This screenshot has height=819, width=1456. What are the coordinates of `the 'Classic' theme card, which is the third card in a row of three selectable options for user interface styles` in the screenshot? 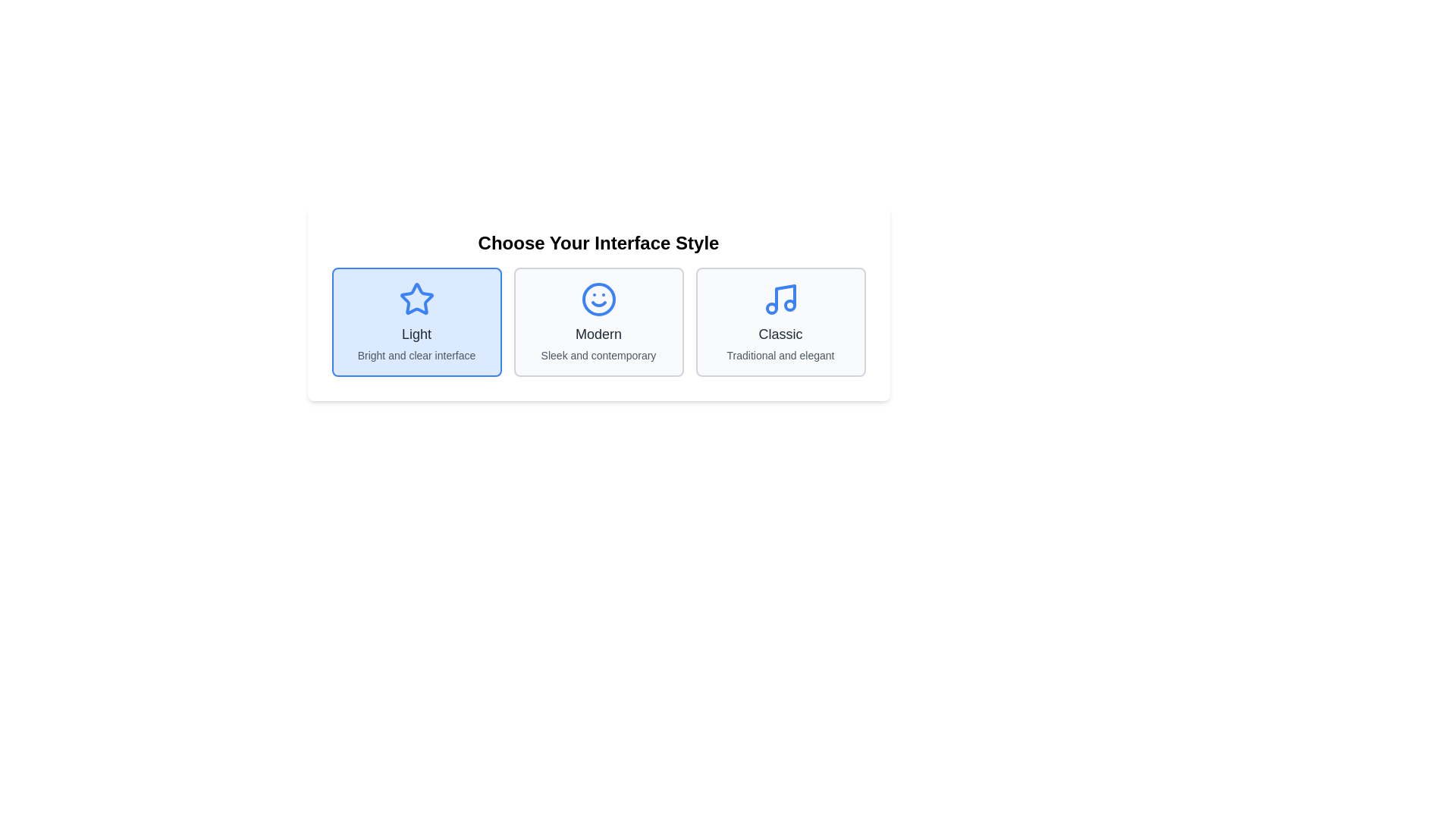 It's located at (780, 321).